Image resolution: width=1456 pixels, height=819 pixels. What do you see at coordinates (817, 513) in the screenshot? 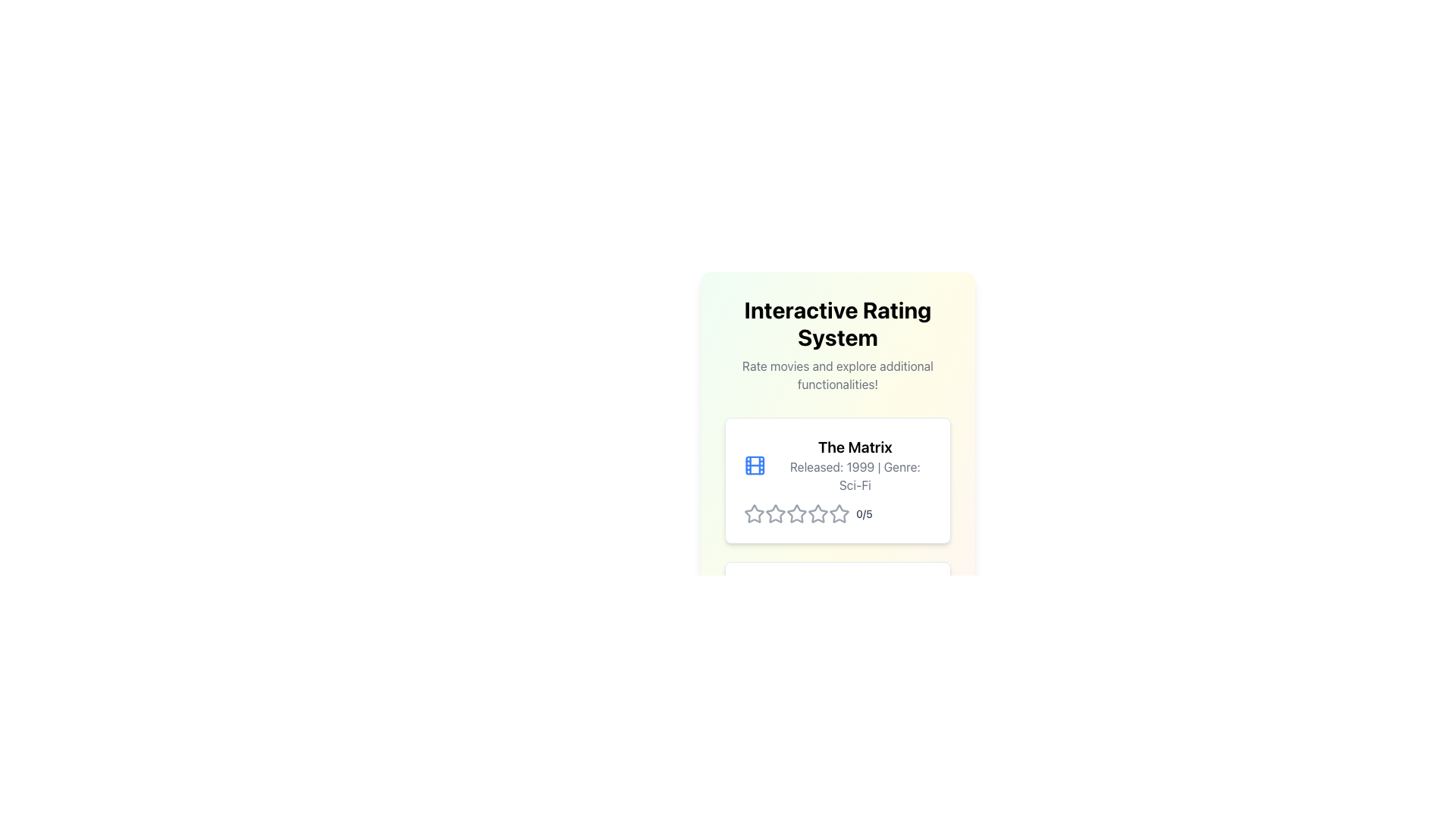
I see `the fifth star in the movie rating system located at the center-bottom of the card` at bounding box center [817, 513].